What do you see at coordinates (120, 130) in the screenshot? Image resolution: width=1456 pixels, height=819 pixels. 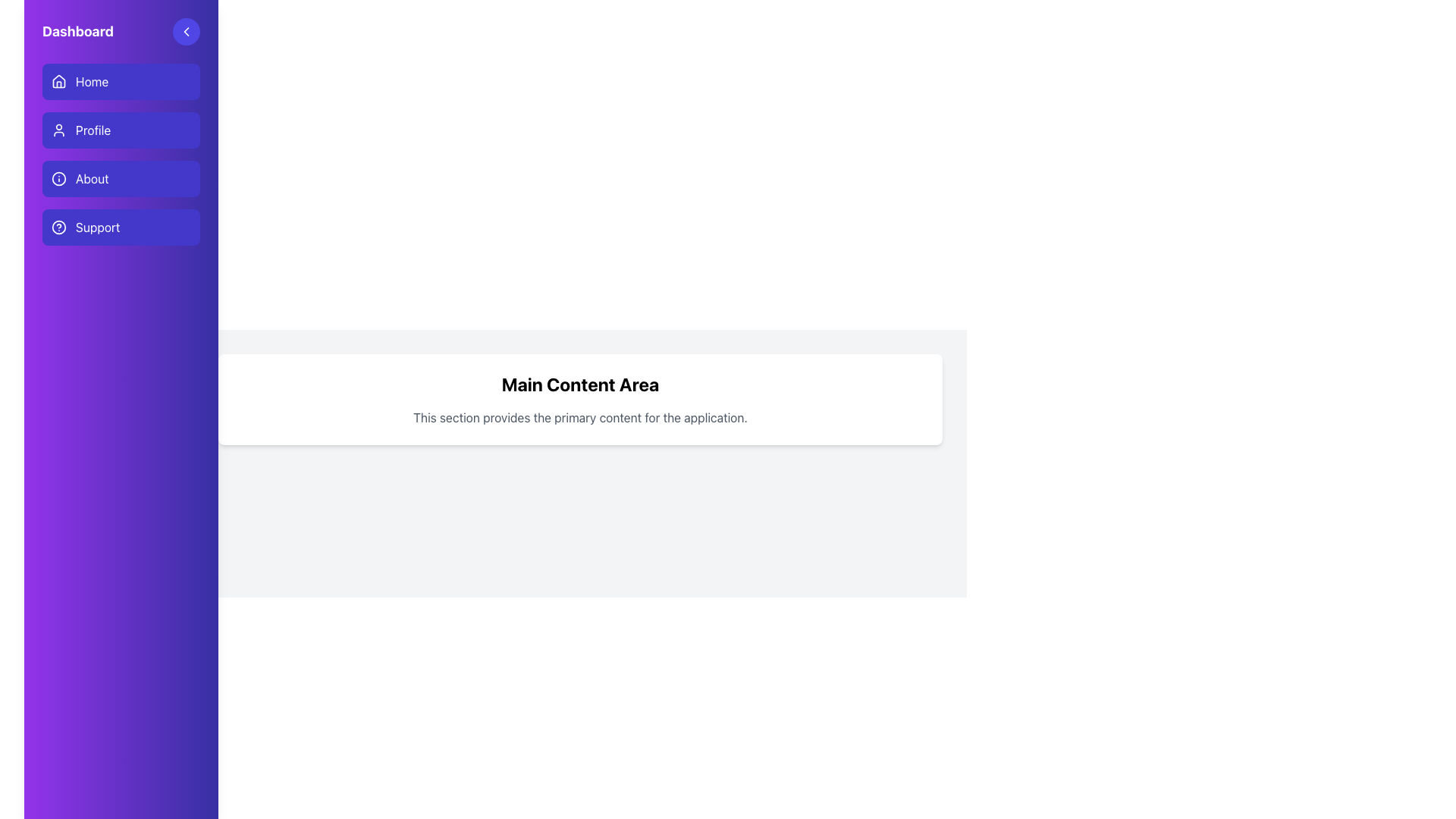 I see `the 'Profile' navigation button, which is the second button in the sidebar menu located below the 'Home' button and above the 'About' button` at bounding box center [120, 130].